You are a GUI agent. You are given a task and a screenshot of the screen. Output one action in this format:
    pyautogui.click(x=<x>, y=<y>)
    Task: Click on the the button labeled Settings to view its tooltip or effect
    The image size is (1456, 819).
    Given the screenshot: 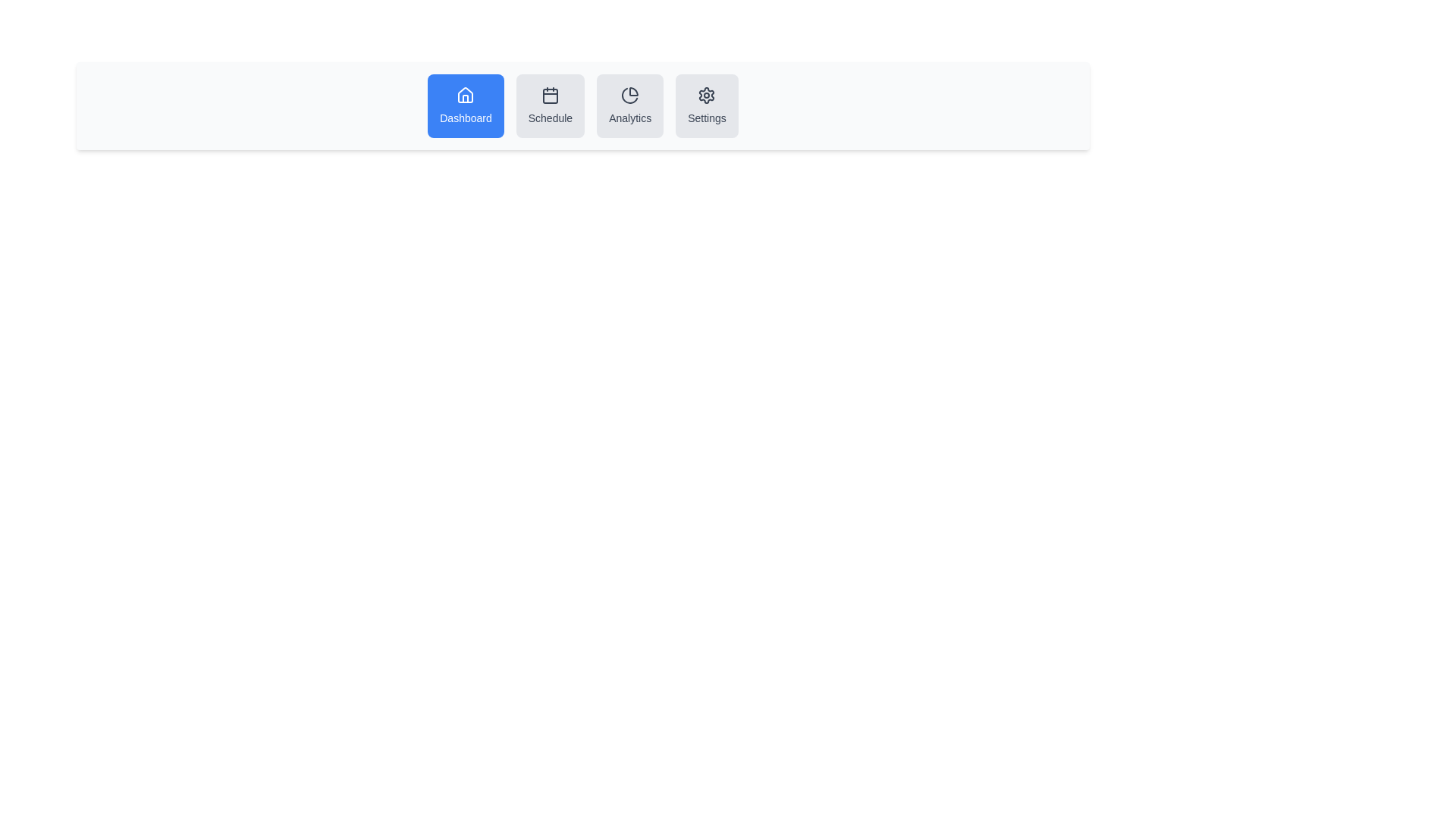 What is the action you would take?
    pyautogui.click(x=705, y=105)
    